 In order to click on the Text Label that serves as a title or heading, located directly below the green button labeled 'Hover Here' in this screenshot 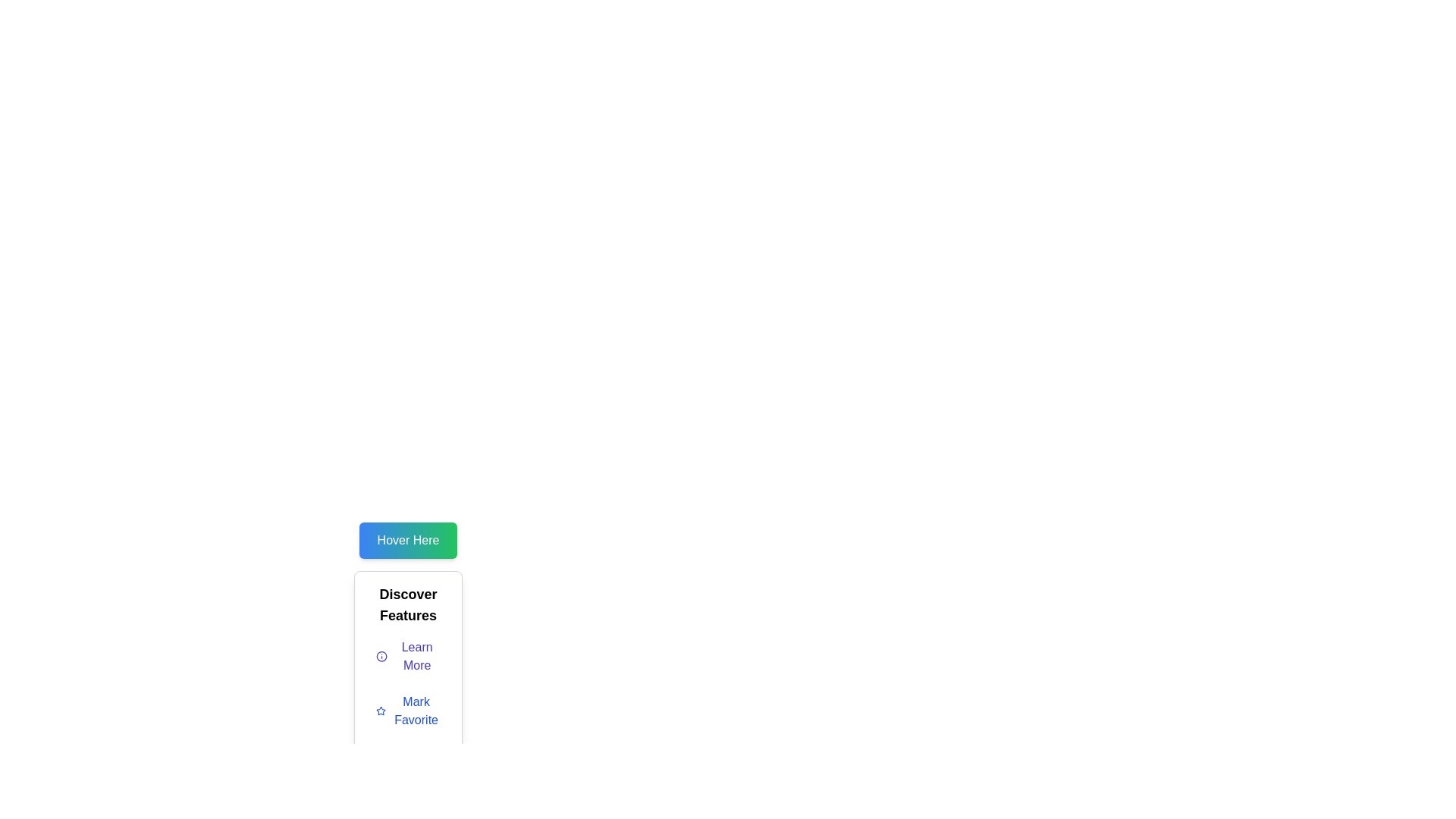, I will do `click(408, 604)`.